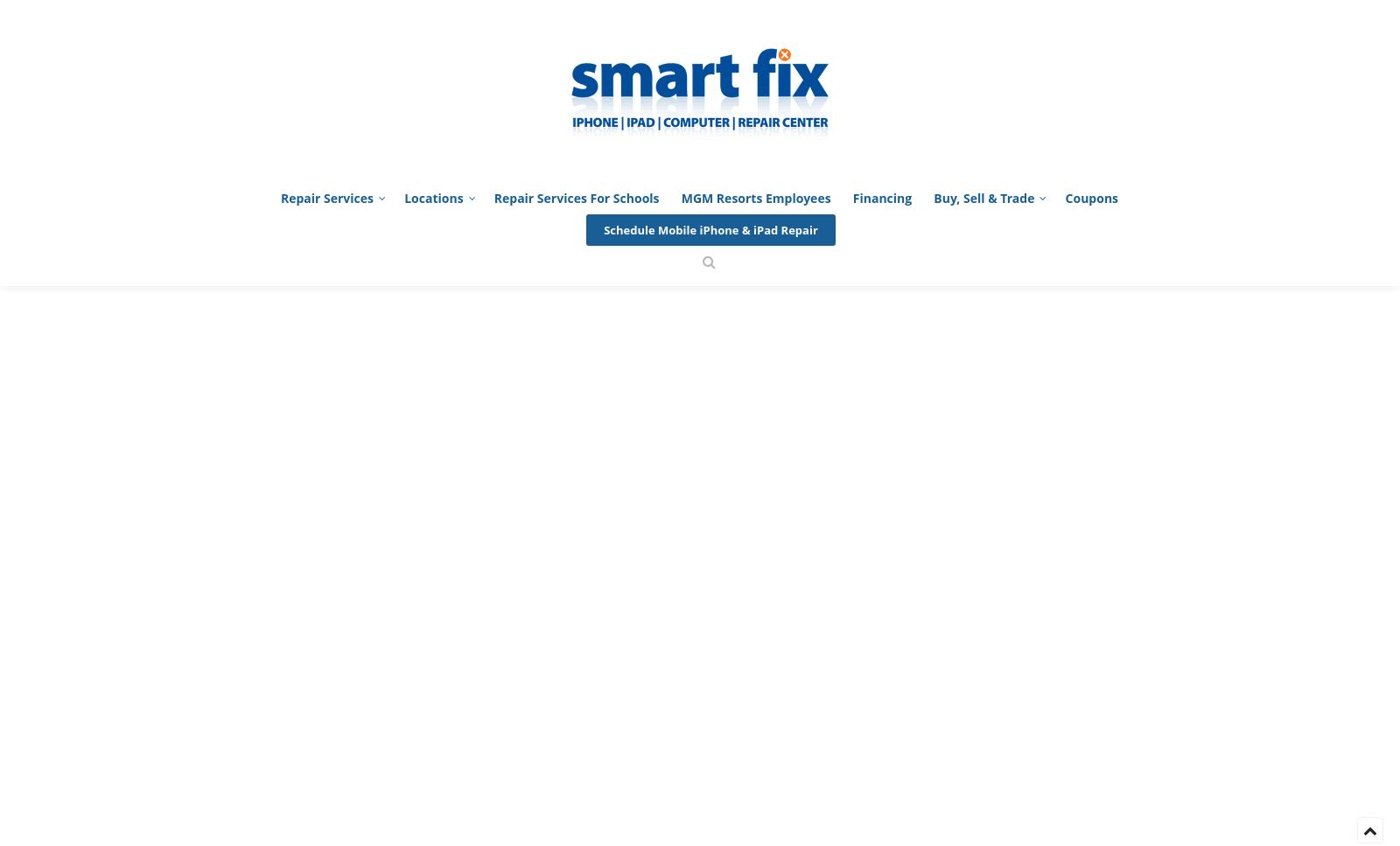 Image resolution: width=1400 pixels, height=846 pixels. I want to click on 'today.', so click(1028, 255).